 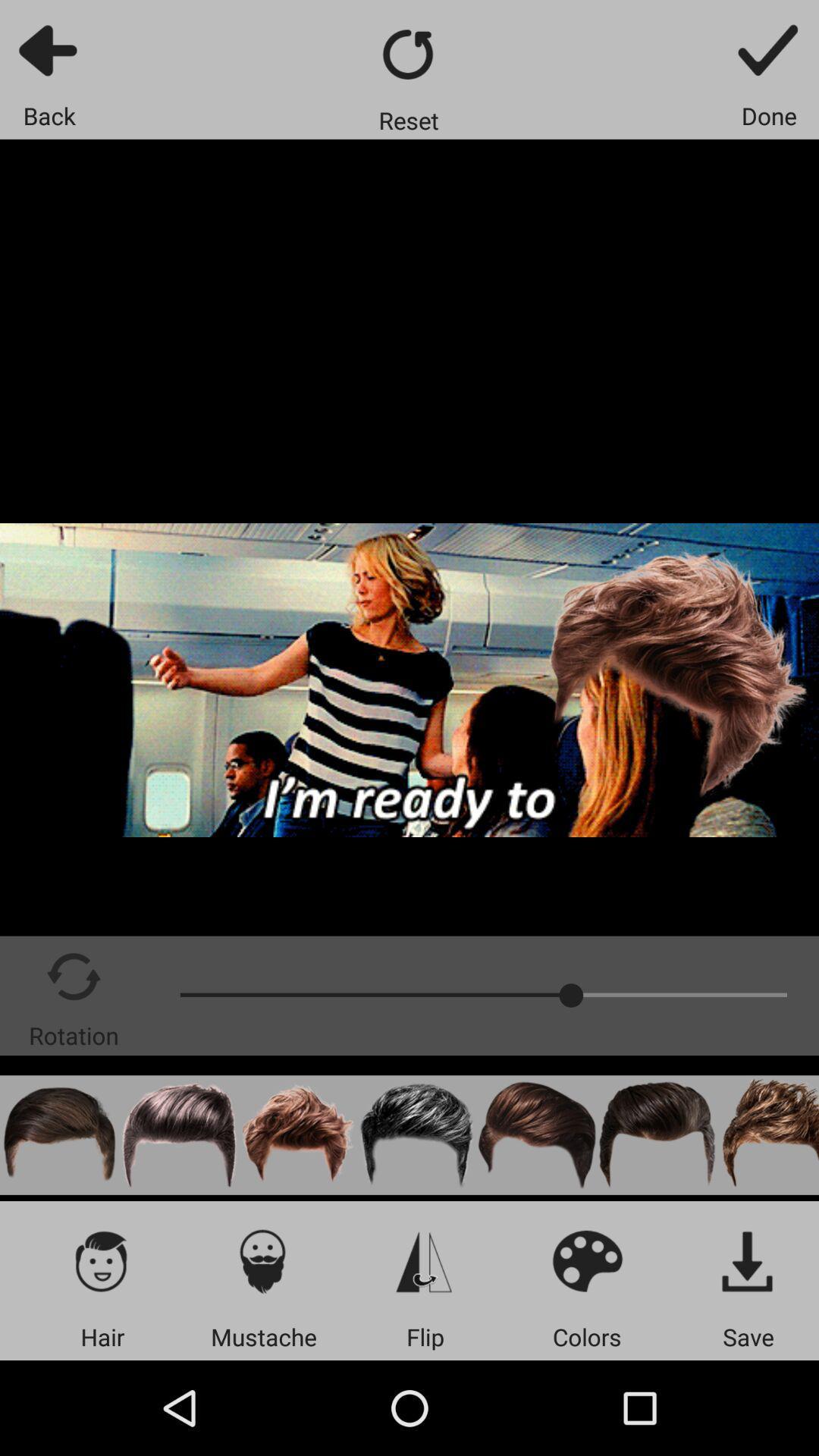 What do you see at coordinates (408, 54) in the screenshot?
I see `reset` at bounding box center [408, 54].